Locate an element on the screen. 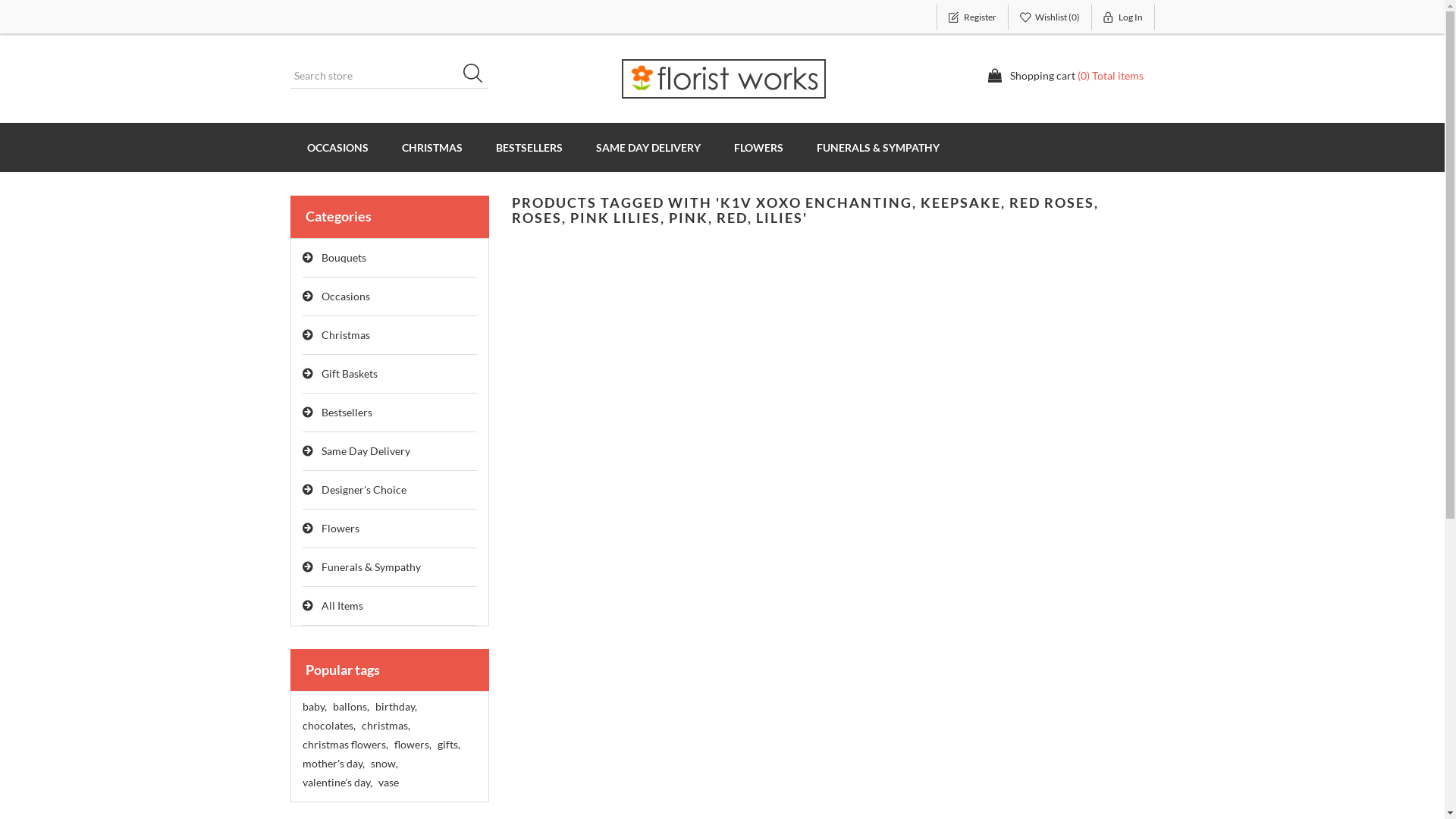 This screenshot has width=1456, height=819. 'Funerals & Sympathy' is located at coordinates (389, 567).